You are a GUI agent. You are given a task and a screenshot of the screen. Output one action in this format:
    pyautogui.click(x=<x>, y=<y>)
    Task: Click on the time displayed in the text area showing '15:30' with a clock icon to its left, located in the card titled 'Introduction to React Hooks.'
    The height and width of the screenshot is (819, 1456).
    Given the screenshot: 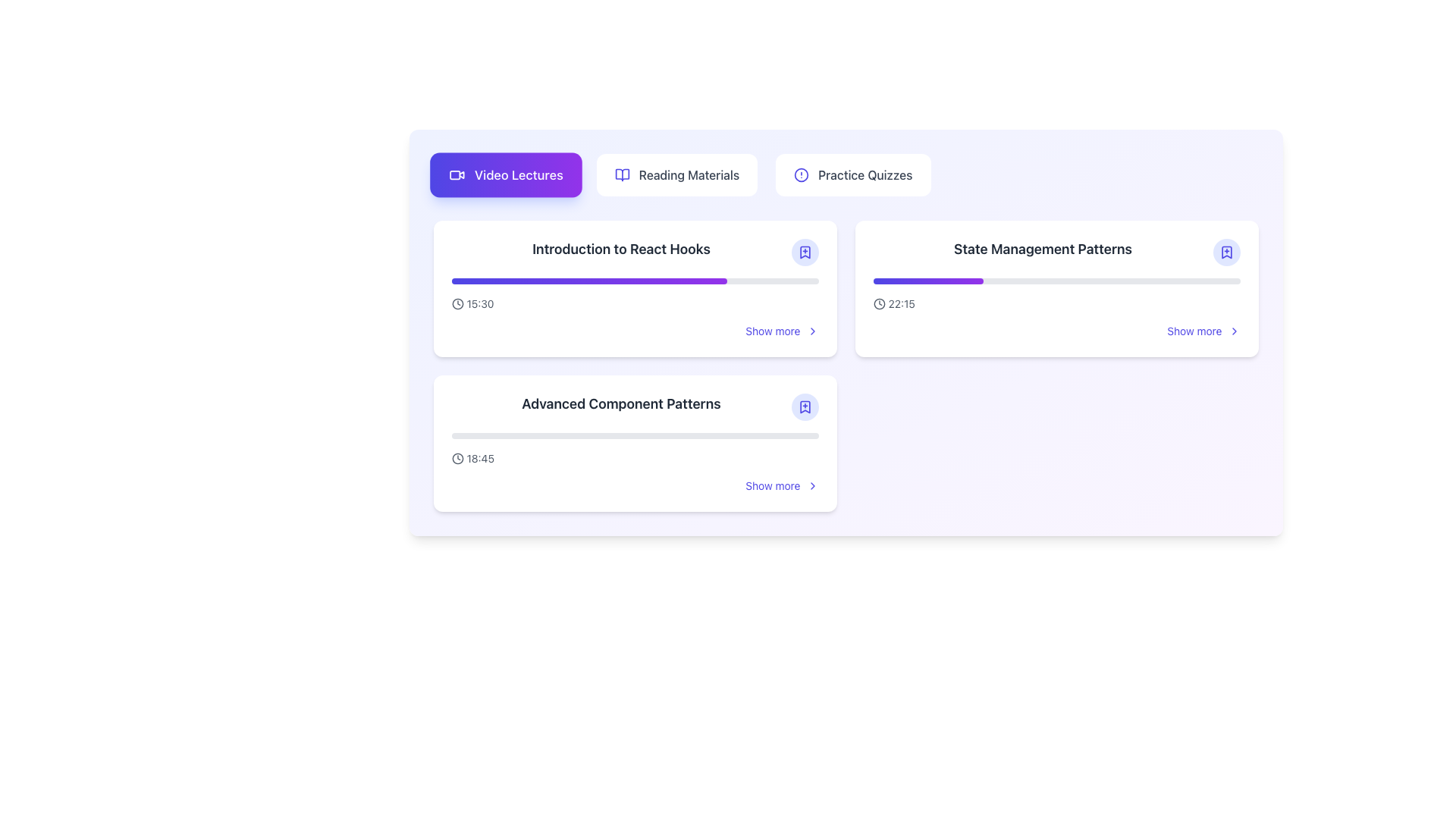 What is the action you would take?
    pyautogui.click(x=472, y=304)
    